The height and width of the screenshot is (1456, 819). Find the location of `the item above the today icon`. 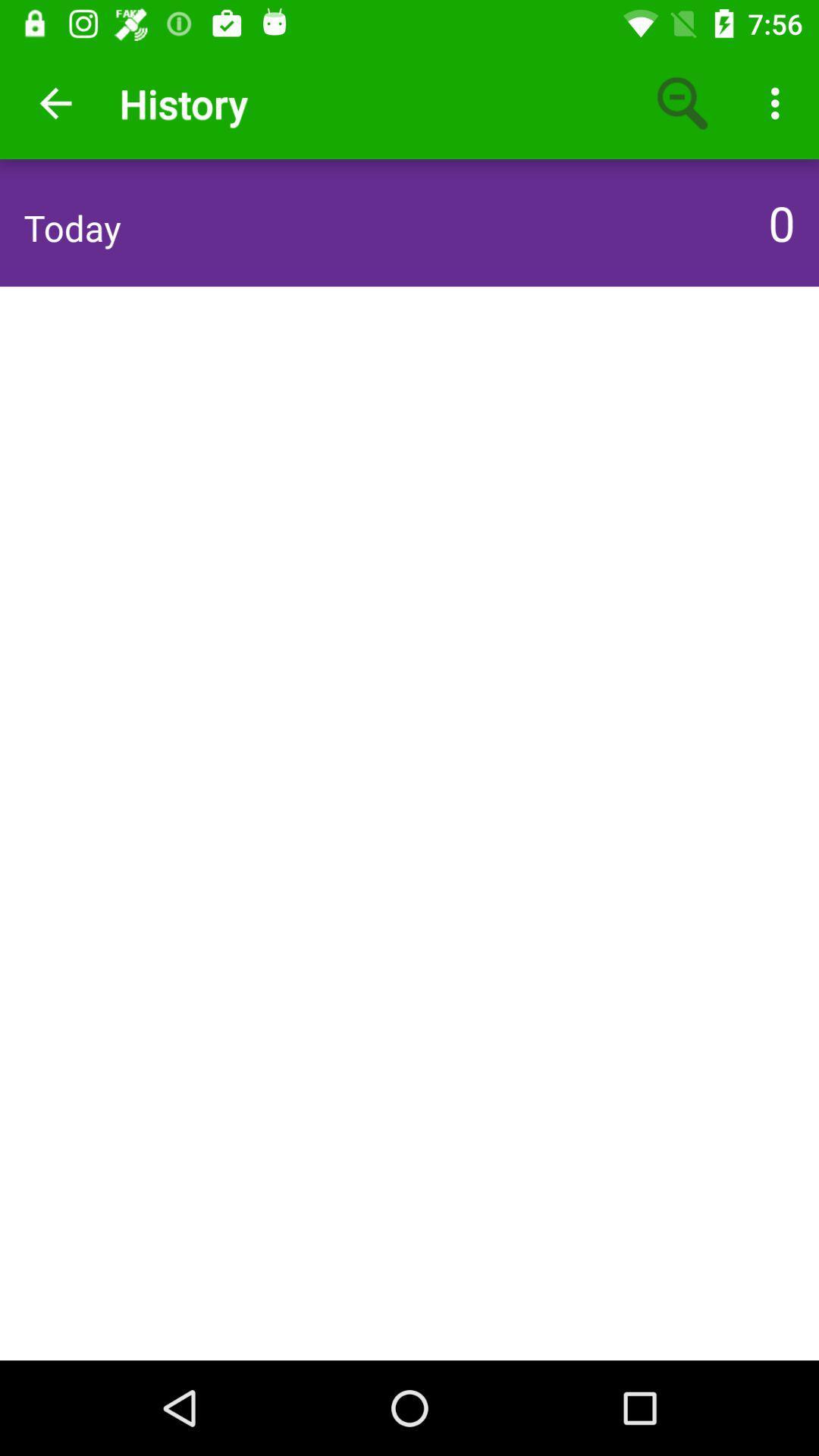

the item above the today icon is located at coordinates (55, 102).